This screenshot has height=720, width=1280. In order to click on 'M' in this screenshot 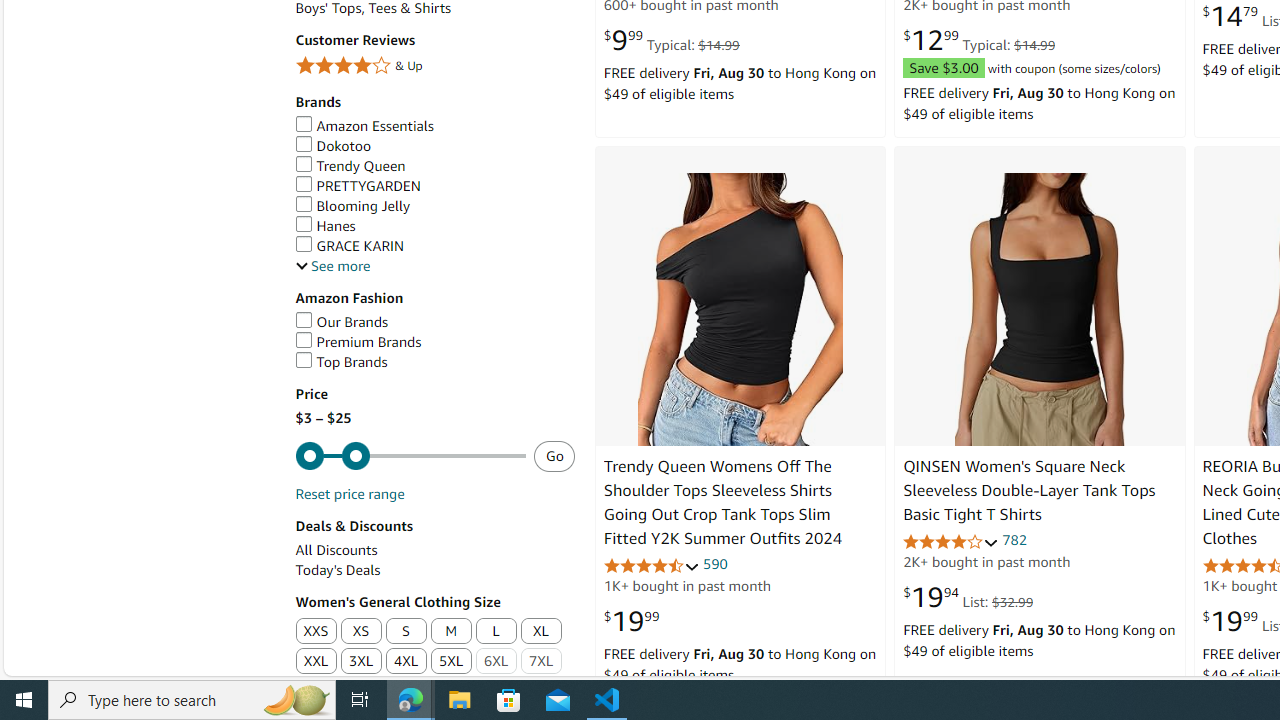, I will do `click(450, 631)`.